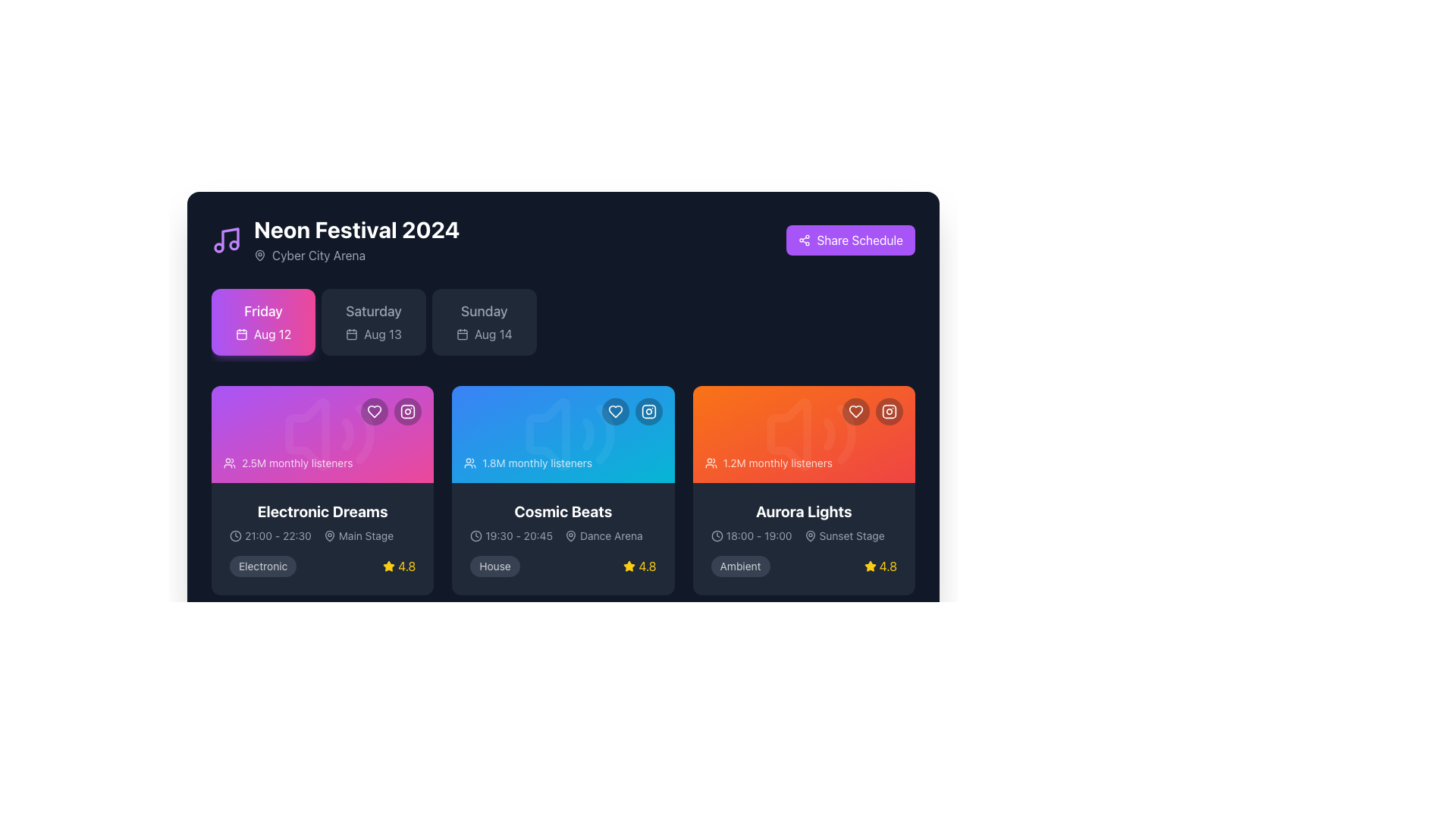 This screenshot has width=1456, height=819. Describe the element at coordinates (615, 412) in the screenshot. I see `the first button` at that location.